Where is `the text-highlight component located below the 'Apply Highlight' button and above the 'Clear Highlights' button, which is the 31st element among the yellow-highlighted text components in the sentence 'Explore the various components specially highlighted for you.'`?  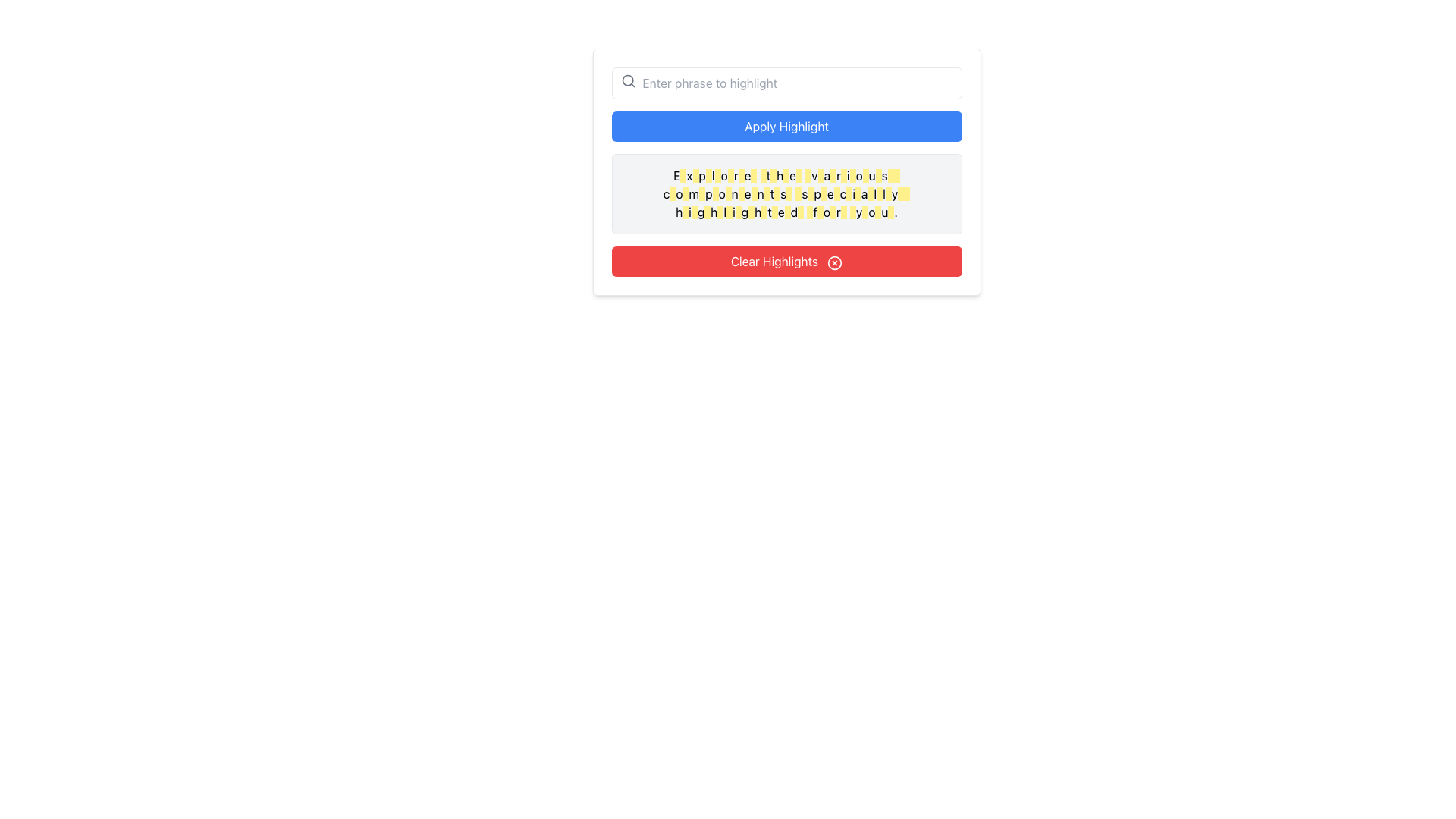 the text-highlight component located below the 'Apply Highlight' button and above the 'Clear Highlights' button, which is the 31st element among the yellow-highlighted text components in the sentence 'Explore the various components specially highlighted for you.' is located at coordinates (858, 193).